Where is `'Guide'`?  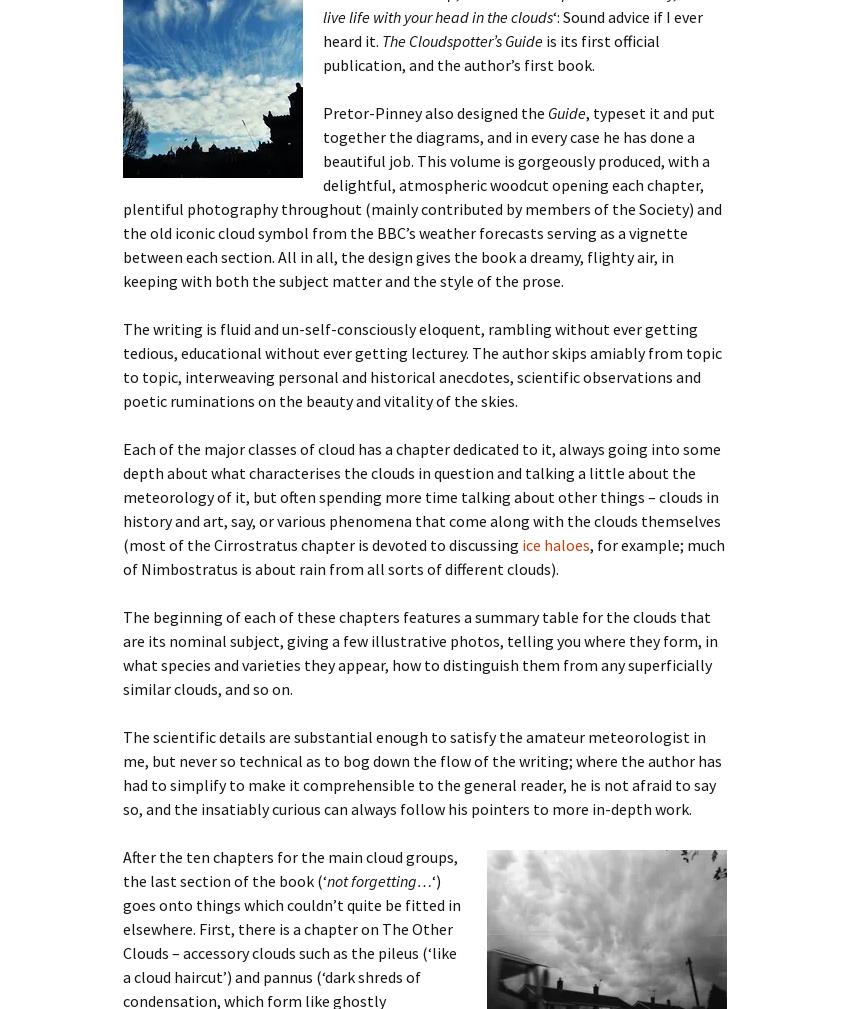 'Guide' is located at coordinates (546, 112).